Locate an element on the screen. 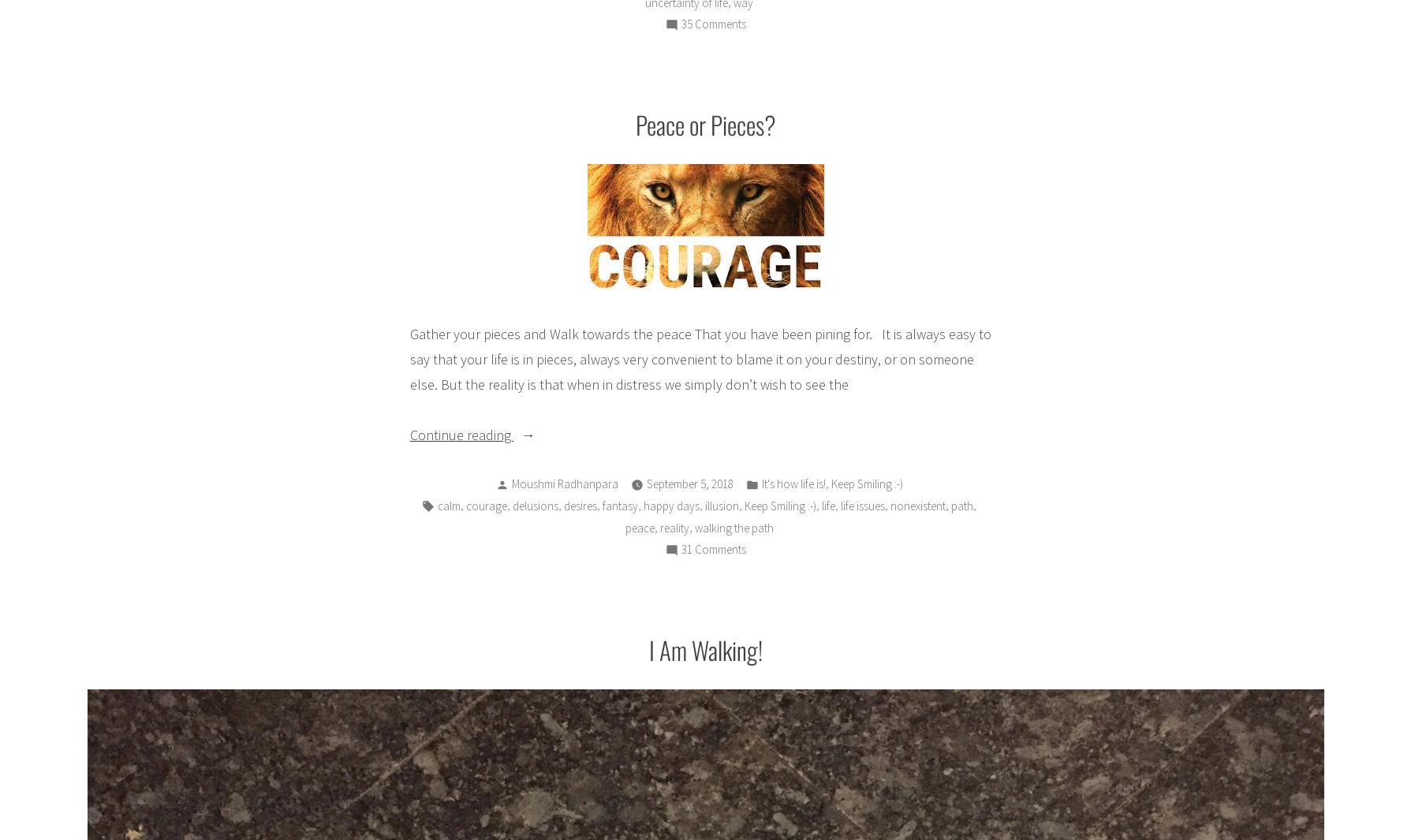 The image size is (1411, 840). 'happy days' is located at coordinates (671, 505).